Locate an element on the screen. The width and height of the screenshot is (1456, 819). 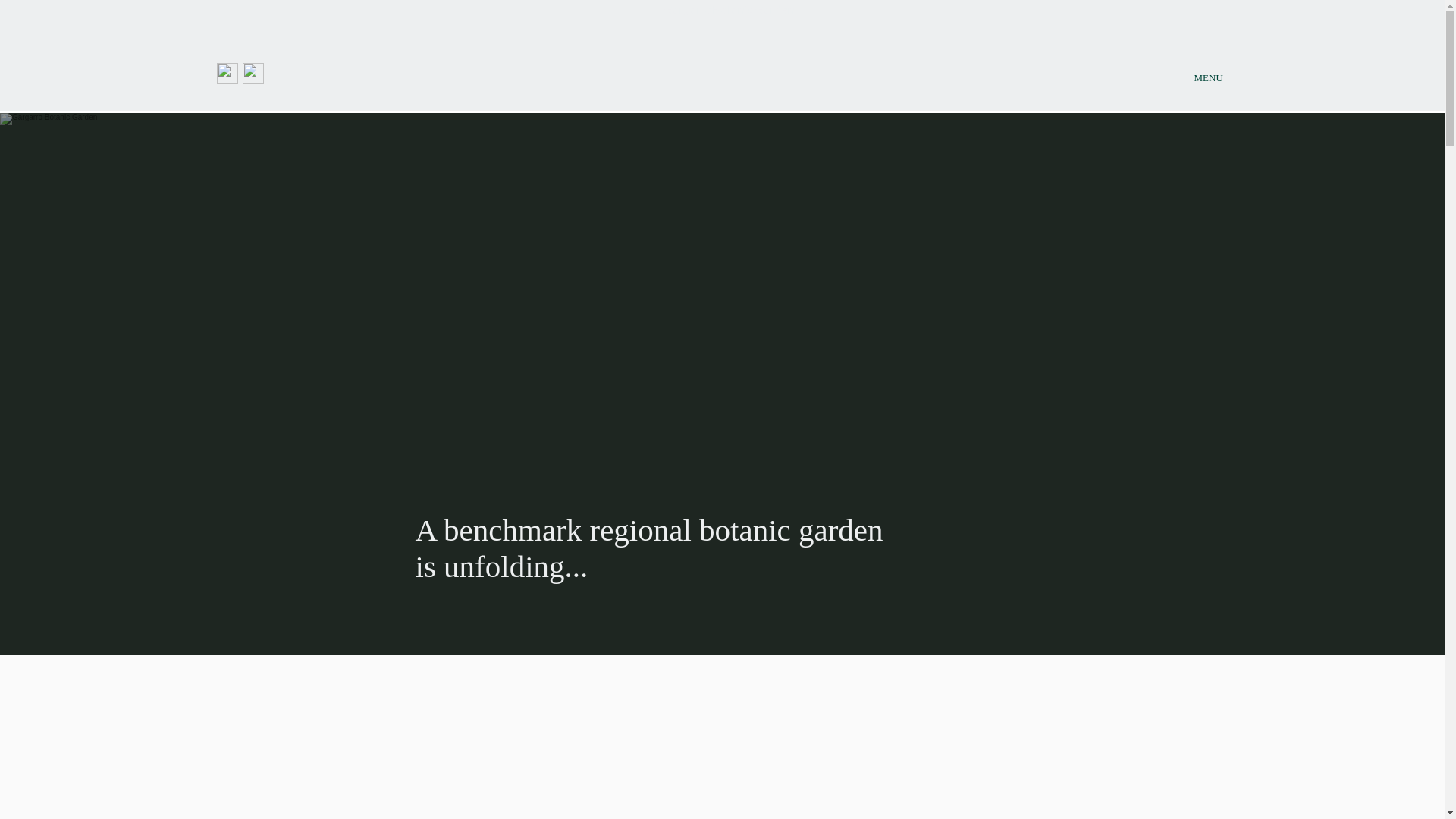
'MENU' is located at coordinates (1207, 78).